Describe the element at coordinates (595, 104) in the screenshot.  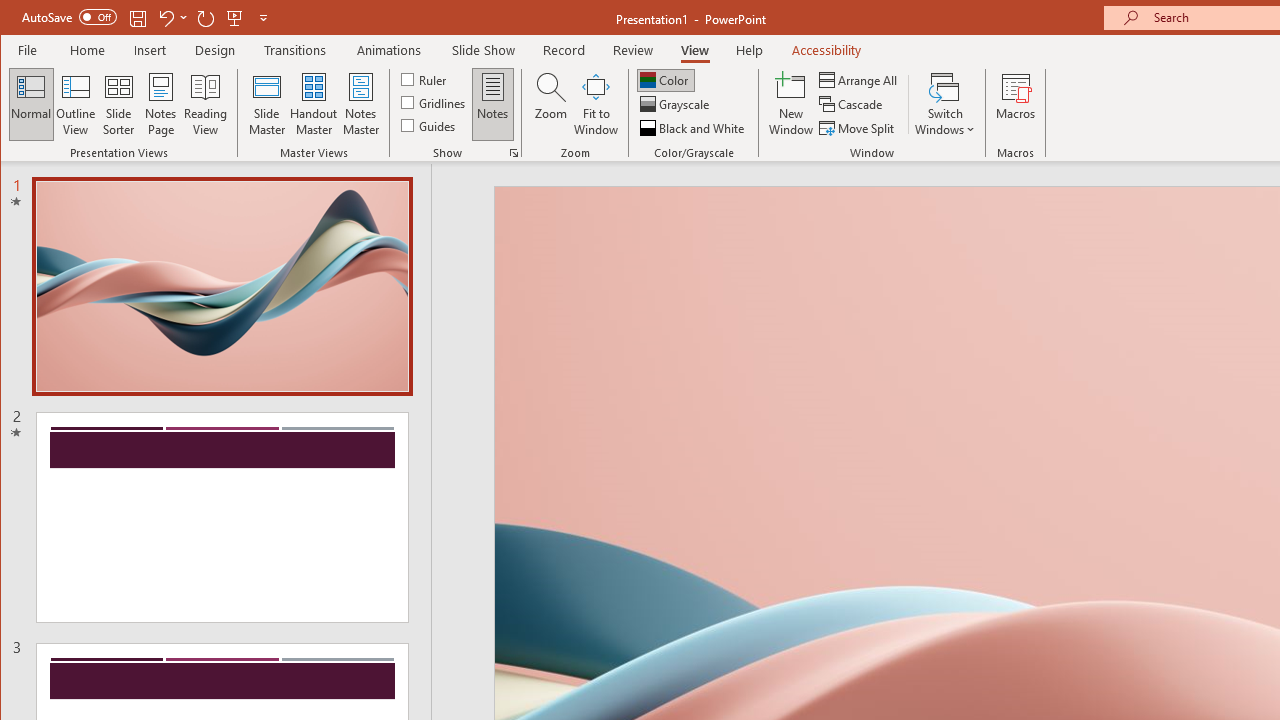
I see `'Fit to Window'` at that location.